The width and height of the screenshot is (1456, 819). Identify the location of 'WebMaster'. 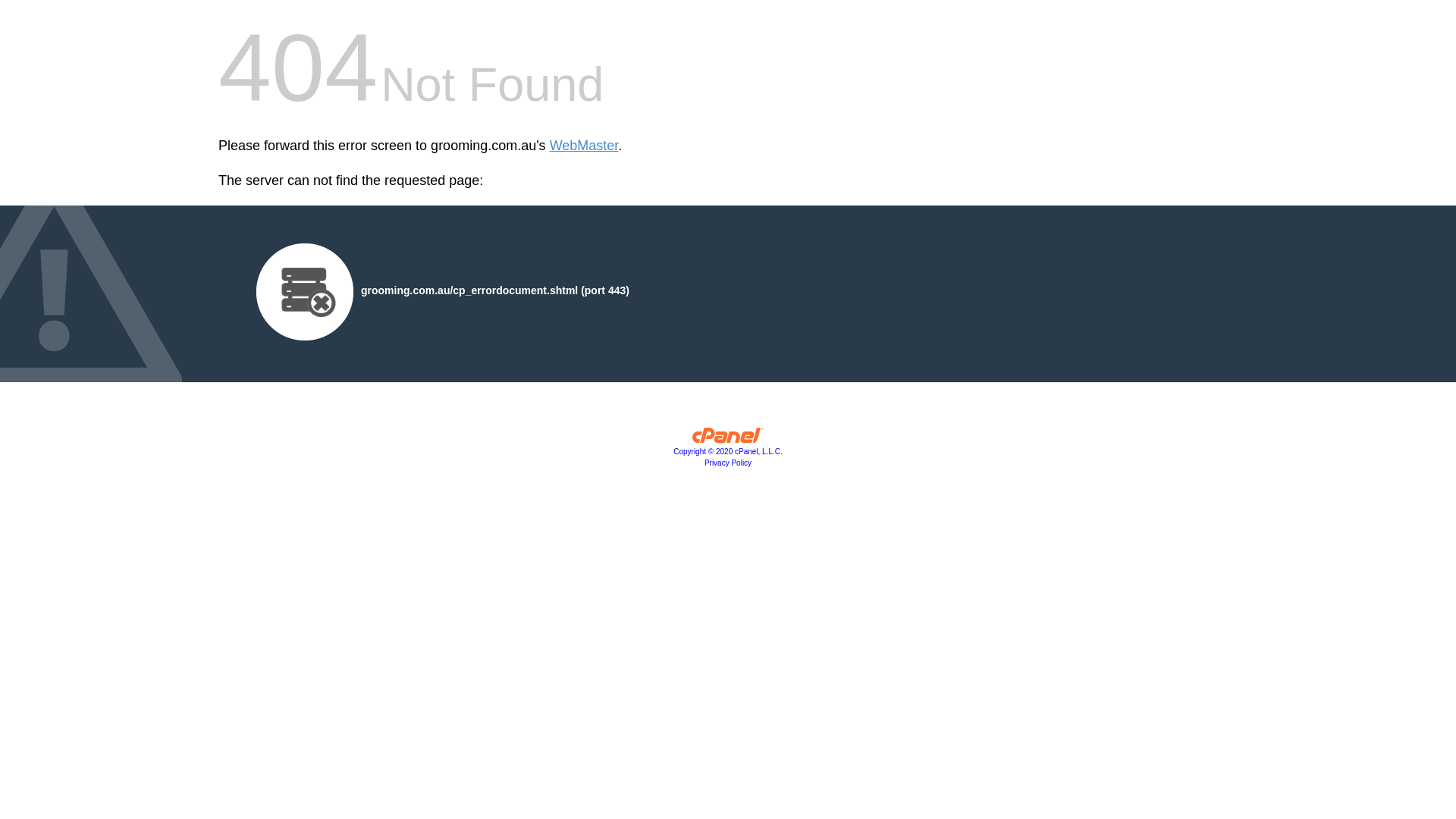
(583, 146).